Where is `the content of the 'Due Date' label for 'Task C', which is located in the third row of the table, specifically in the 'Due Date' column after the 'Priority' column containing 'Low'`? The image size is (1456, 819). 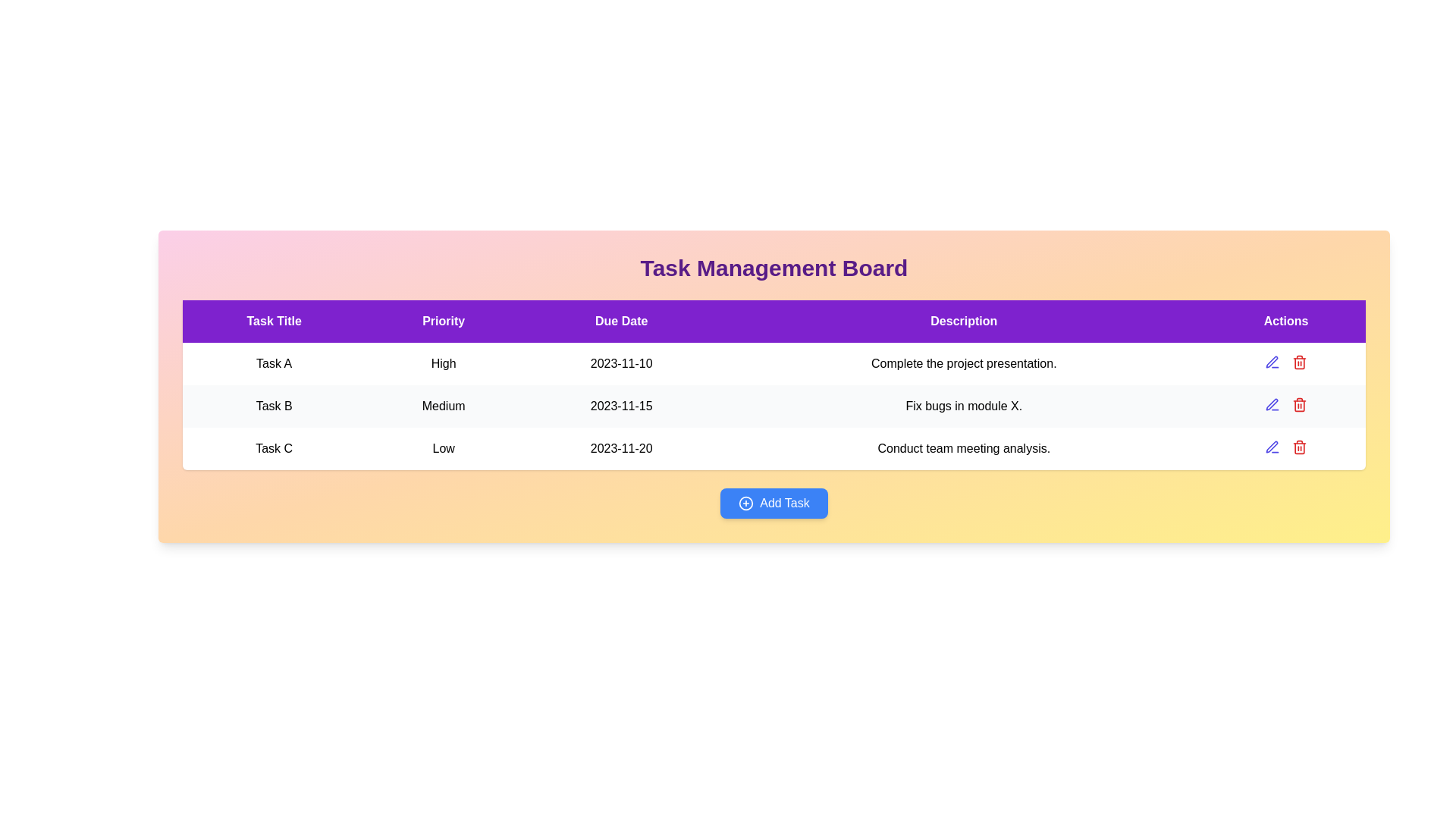 the content of the 'Due Date' label for 'Task C', which is located in the third row of the table, specifically in the 'Due Date' column after the 'Priority' column containing 'Low' is located at coordinates (621, 447).